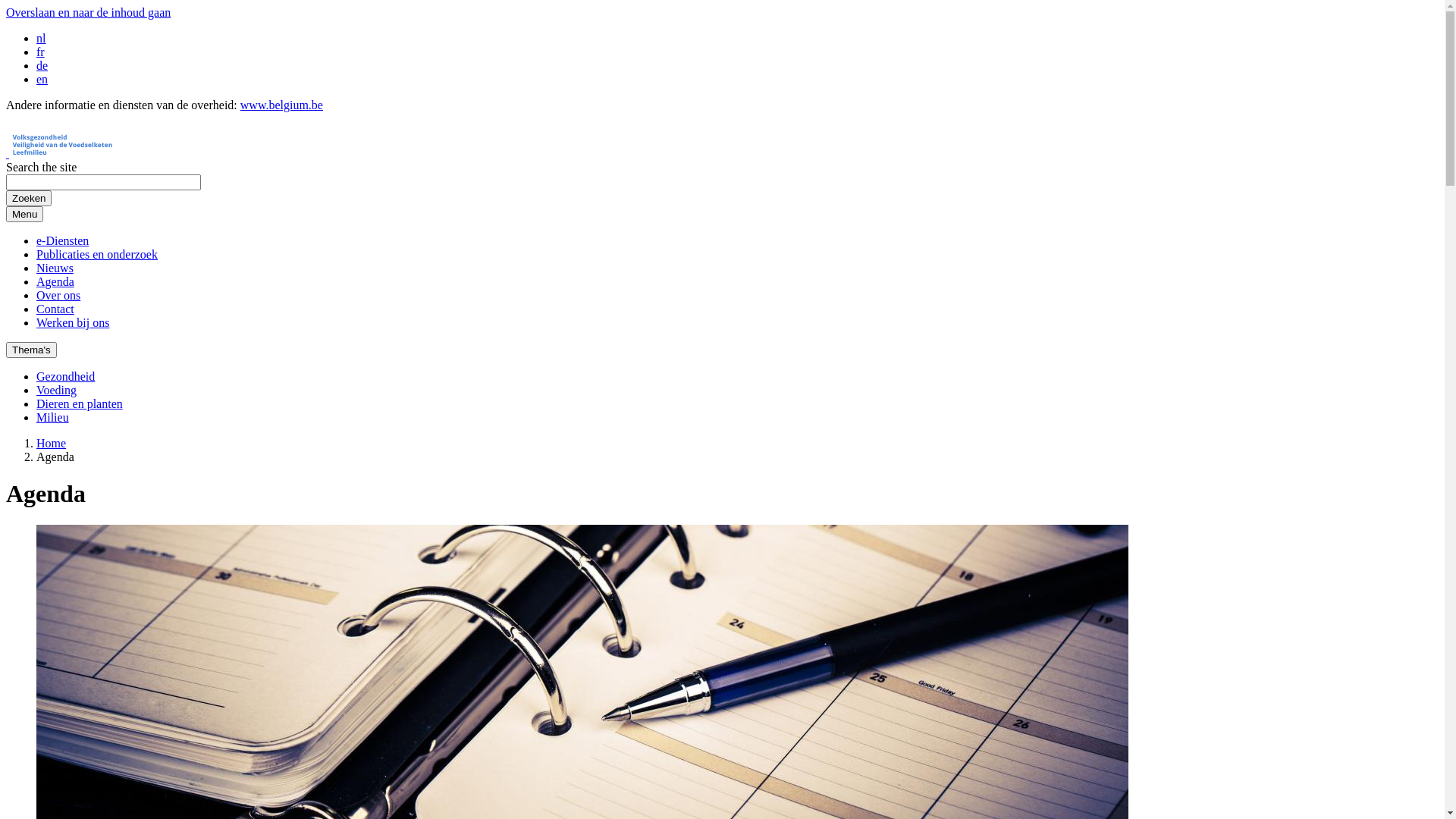  What do you see at coordinates (24, 214) in the screenshot?
I see `'Menu'` at bounding box center [24, 214].